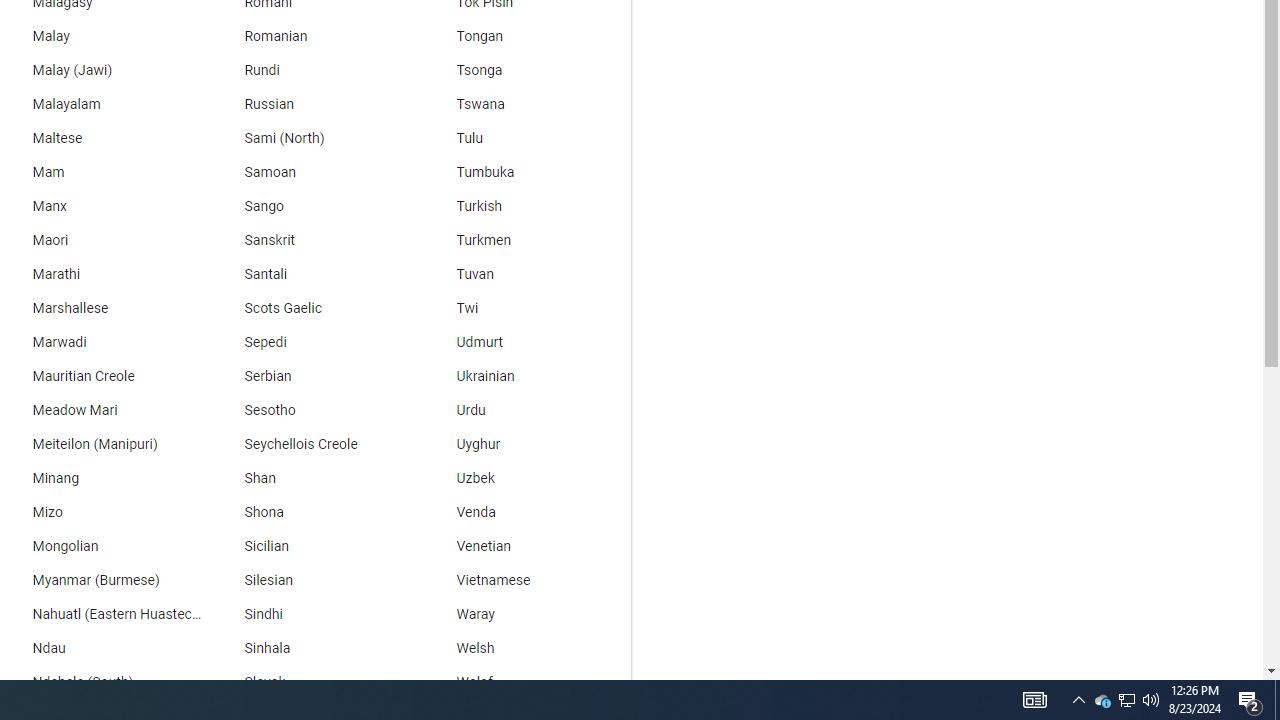  What do you see at coordinates (525, 171) in the screenshot?
I see `'Tumbuka'` at bounding box center [525, 171].